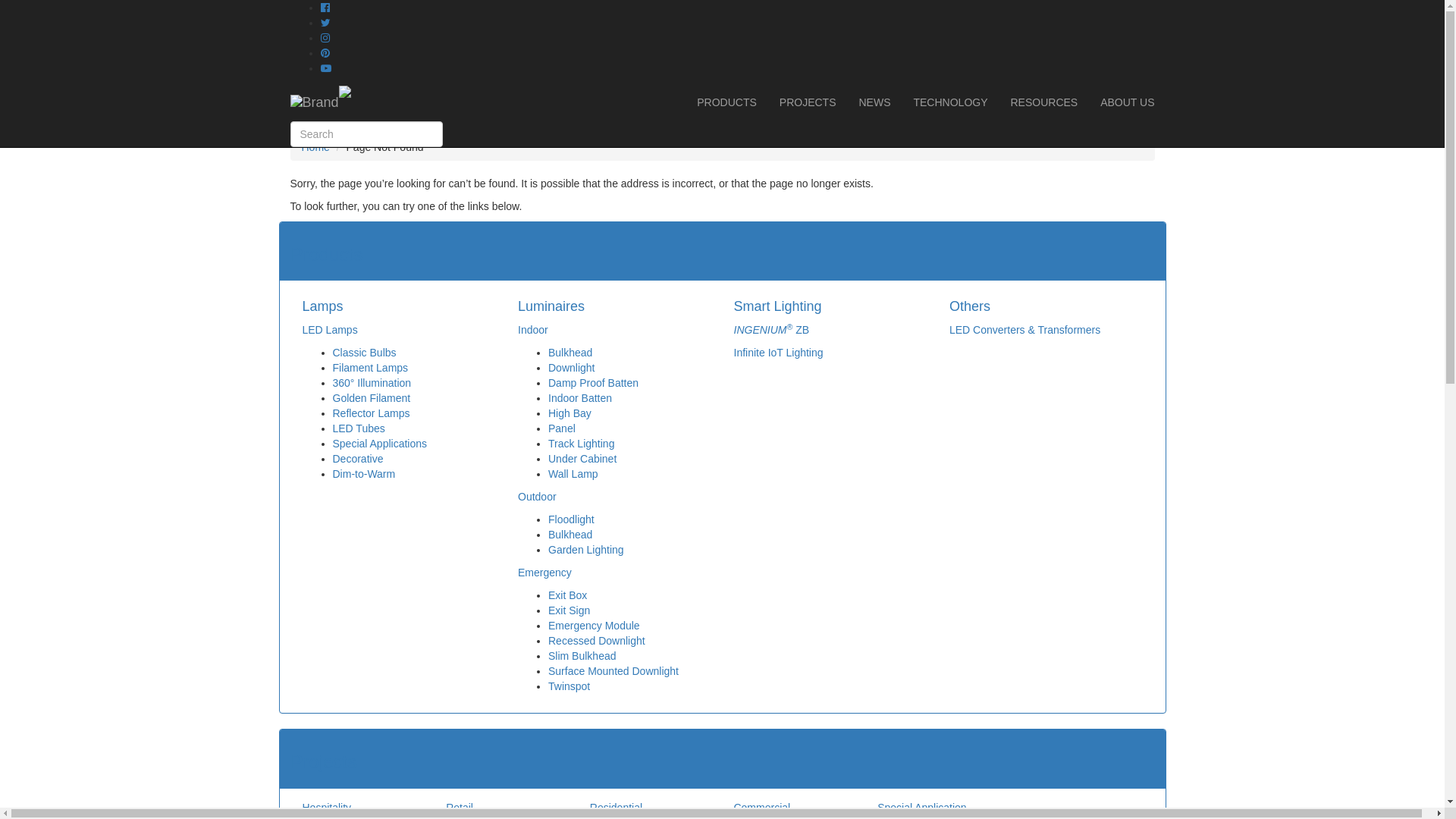 The width and height of the screenshot is (1456, 819). Describe the element at coordinates (874, 102) in the screenshot. I see `'NEWS'` at that location.